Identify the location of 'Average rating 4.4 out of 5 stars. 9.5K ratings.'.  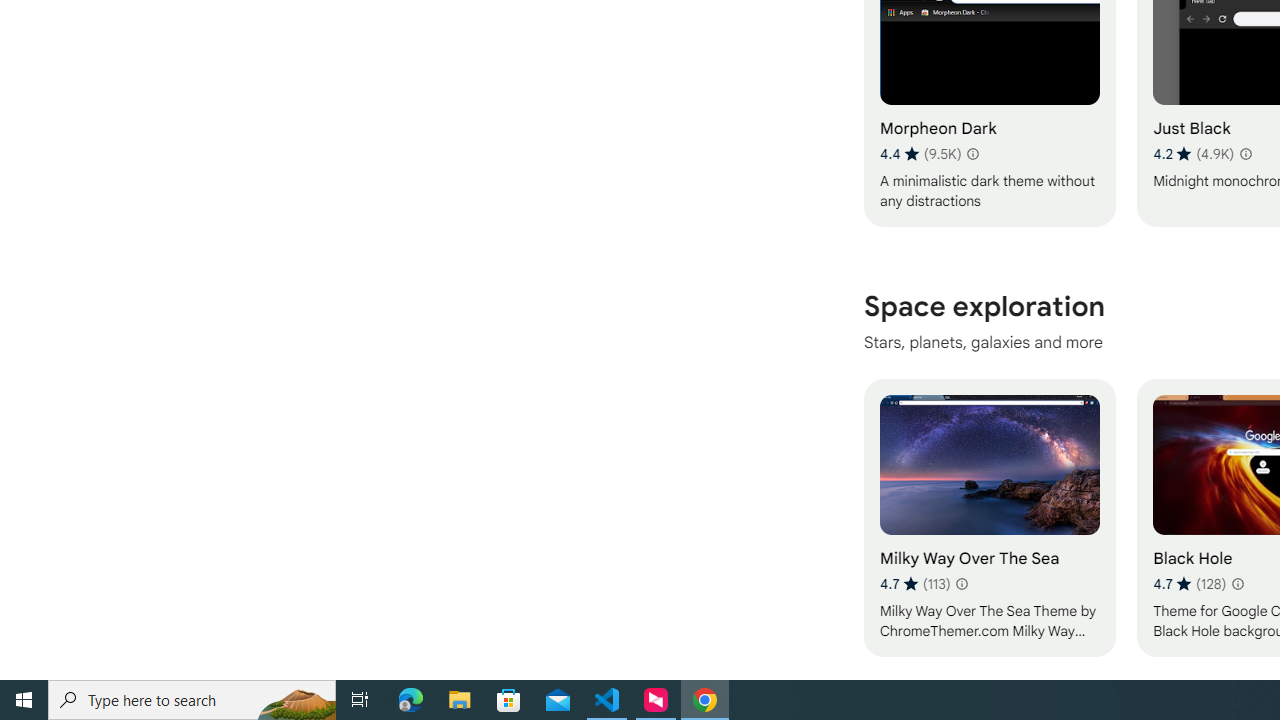
(919, 153).